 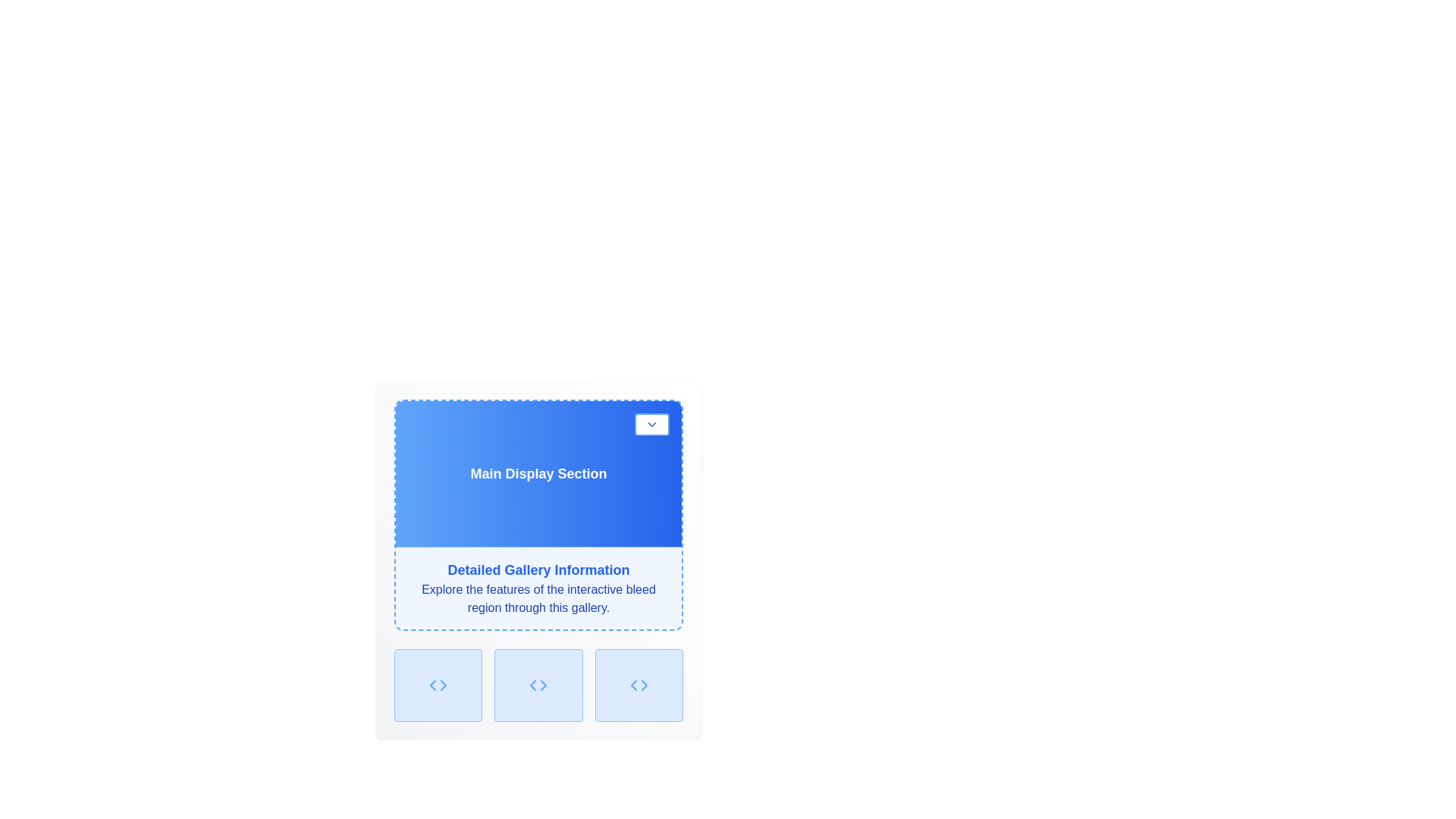 I want to click on the rightward triangle of the chevron-shaped icon located at the bottom left of the layout, beneath the 'Detailed Gallery Information' section, to navigate or perform an action, so click(x=443, y=685).